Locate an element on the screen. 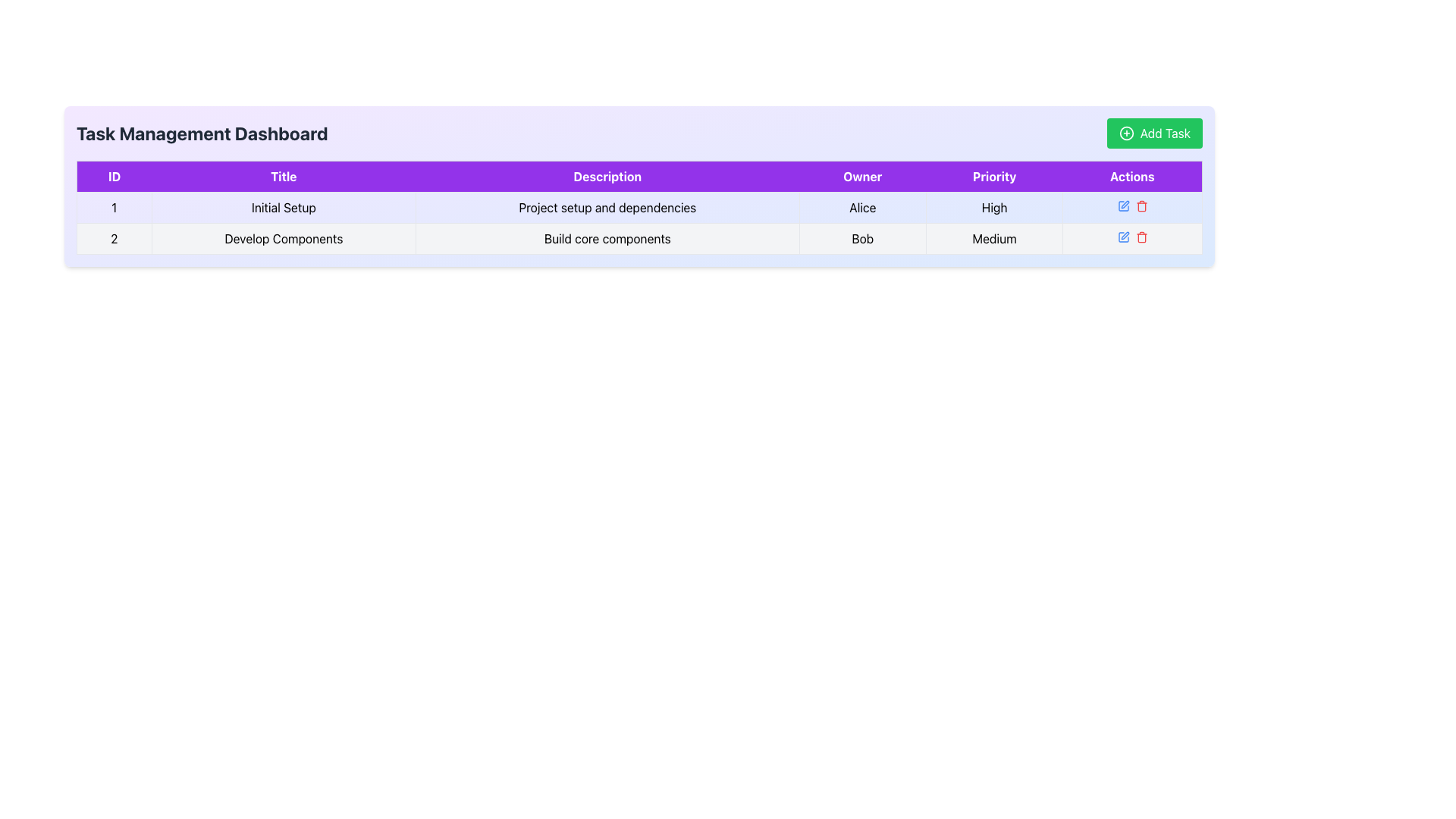 The image size is (1456, 819). the Table Header element that indicates the associated data in the column pertains to IDs, located at the top-left corner of the table structure under the dashboard title is located at coordinates (113, 175).